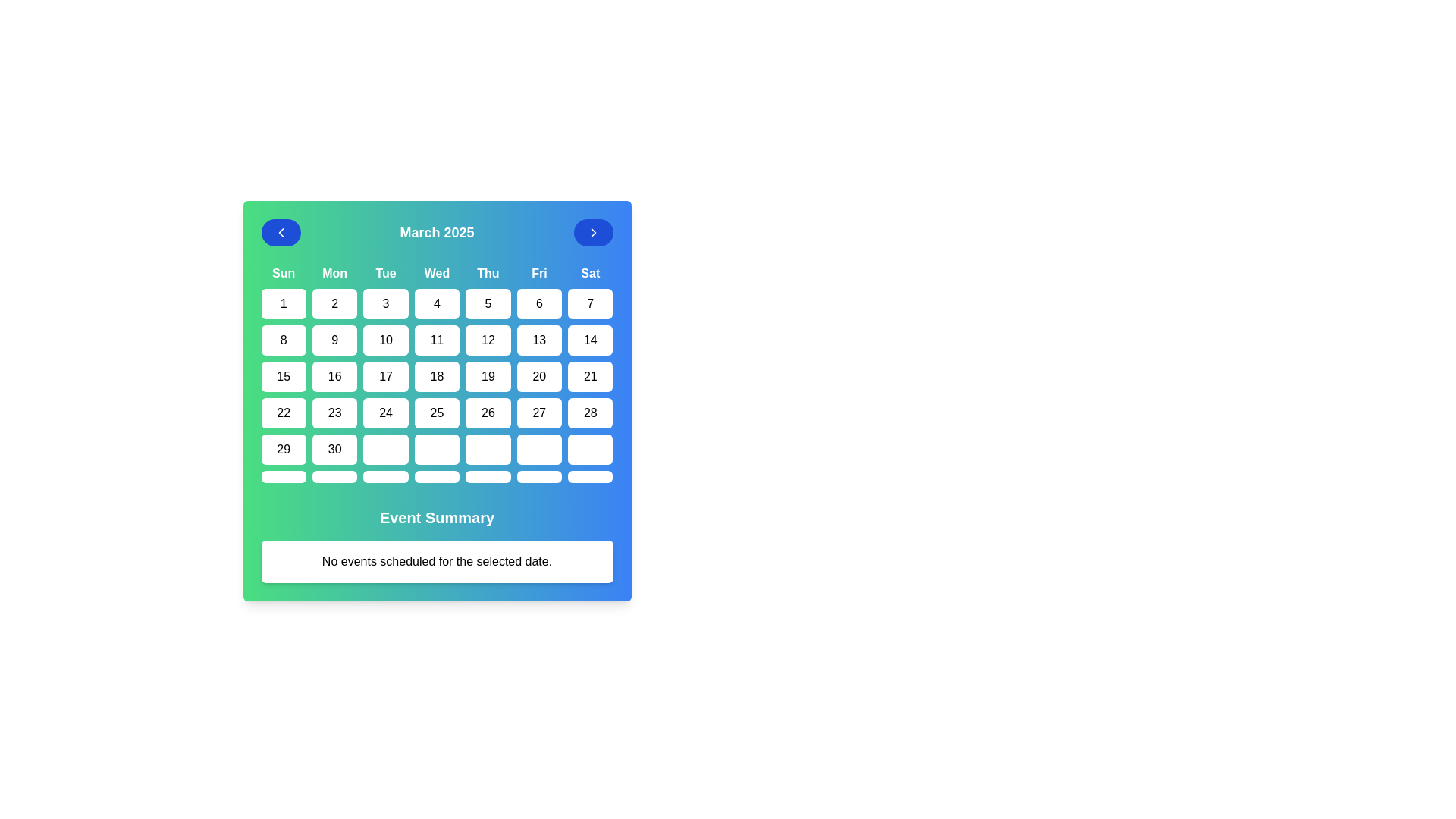  What do you see at coordinates (436, 544) in the screenshot?
I see `the informational text block titled 'Event Summary' which displays 'No events scheduled for the selected date.'` at bounding box center [436, 544].